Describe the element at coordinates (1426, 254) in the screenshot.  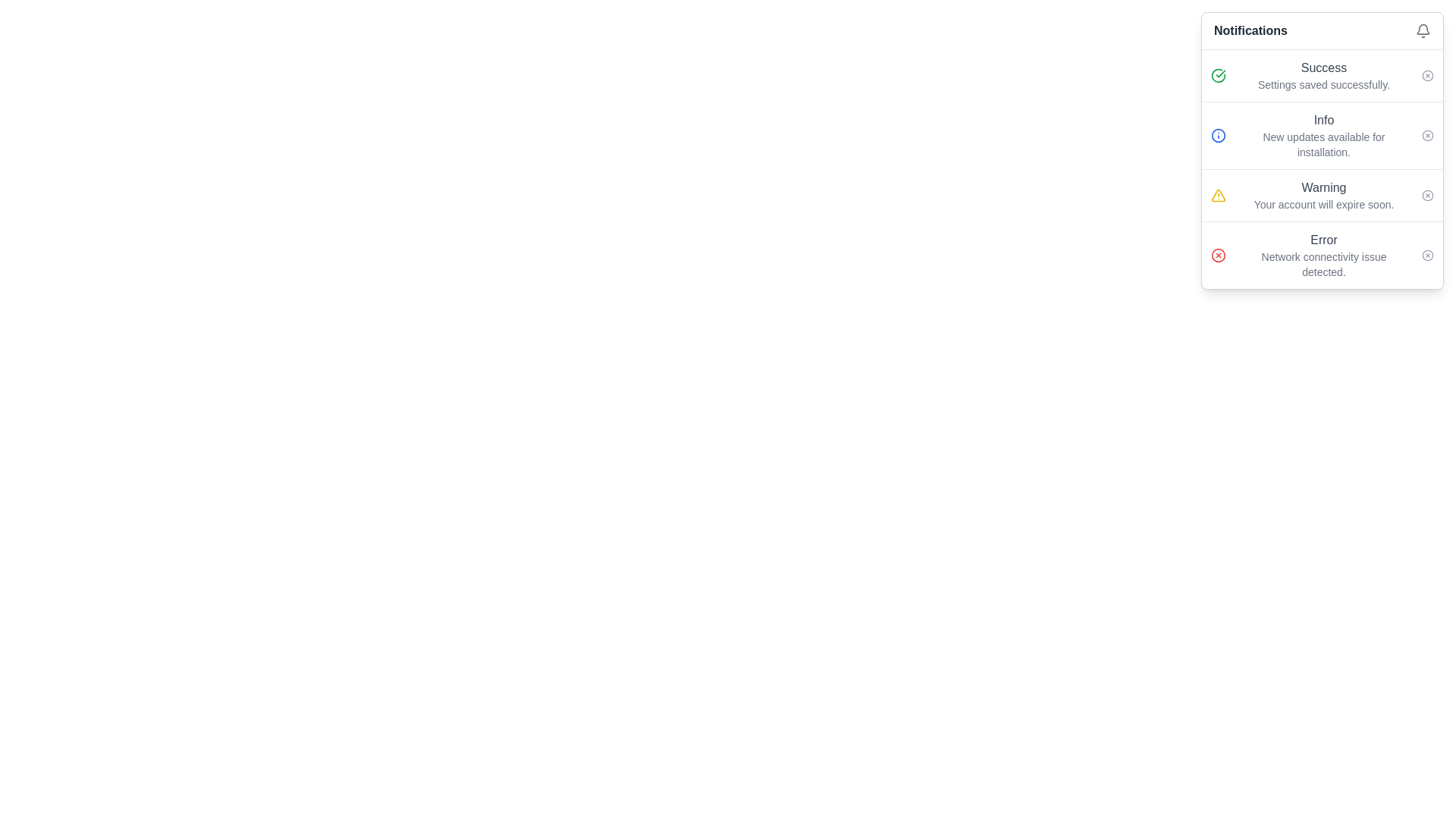
I see `the Circle in the bottom-right corner of the notification card within the SVG graphic, which signifies an action or status related to dismissal or closing` at that location.